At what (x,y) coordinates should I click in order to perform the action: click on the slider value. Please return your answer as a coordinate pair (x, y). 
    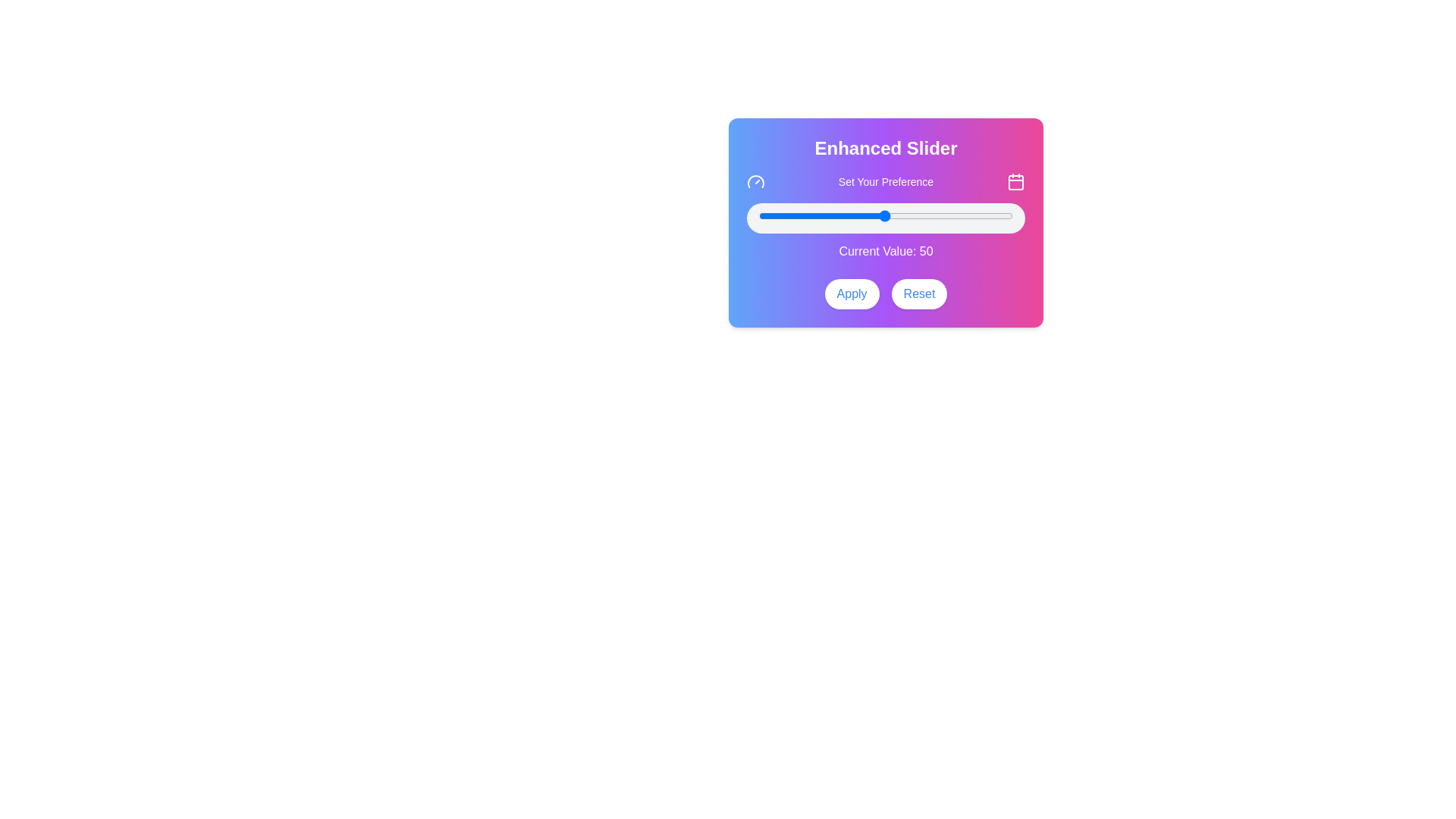
    Looking at the image, I should click on (769, 216).